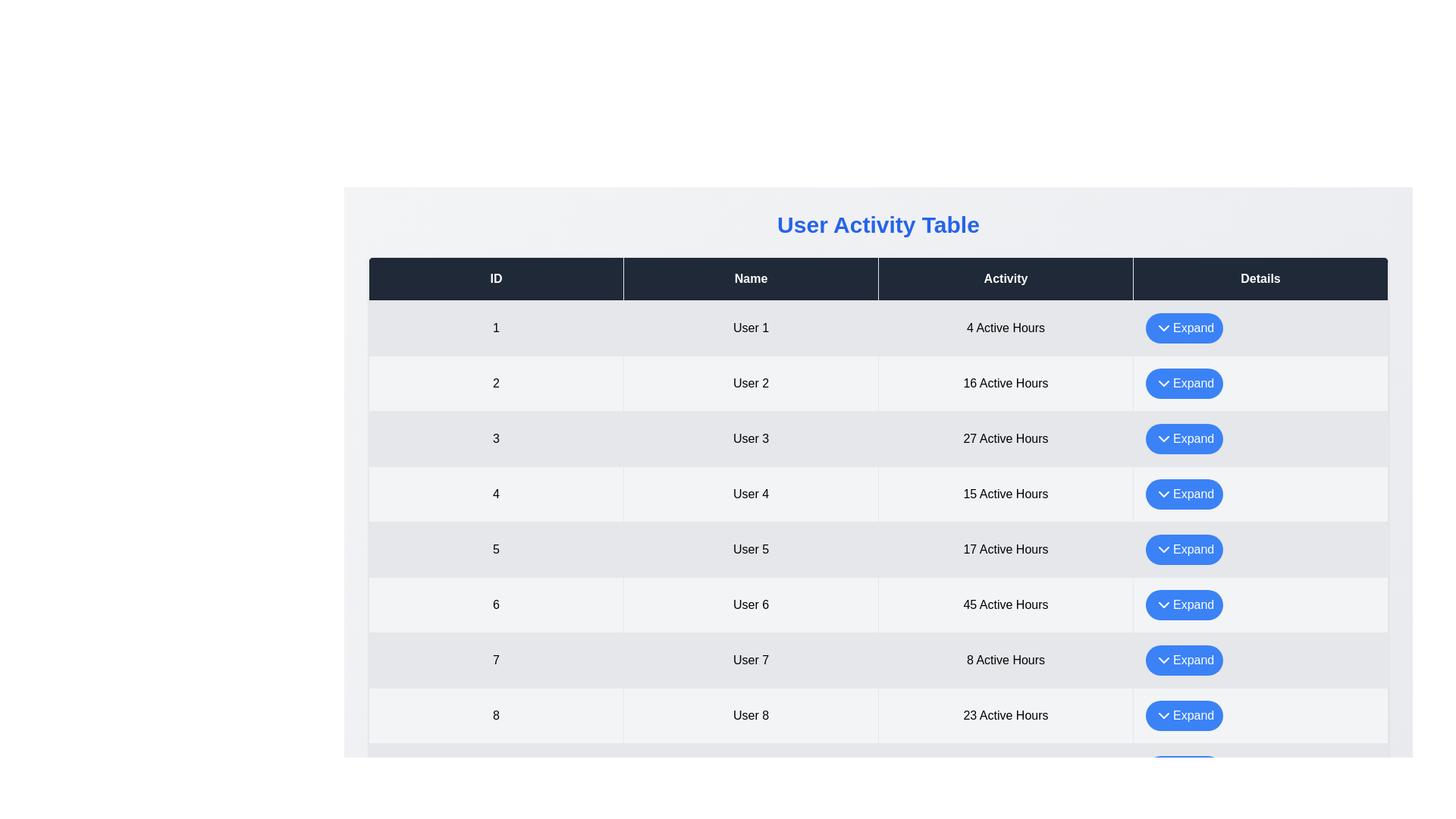 This screenshot has height=819, width=1456. Describe the element at coordinates (496, 278) in the screenshot. I see `the 'ID' header to sort the table by ID` at that location.